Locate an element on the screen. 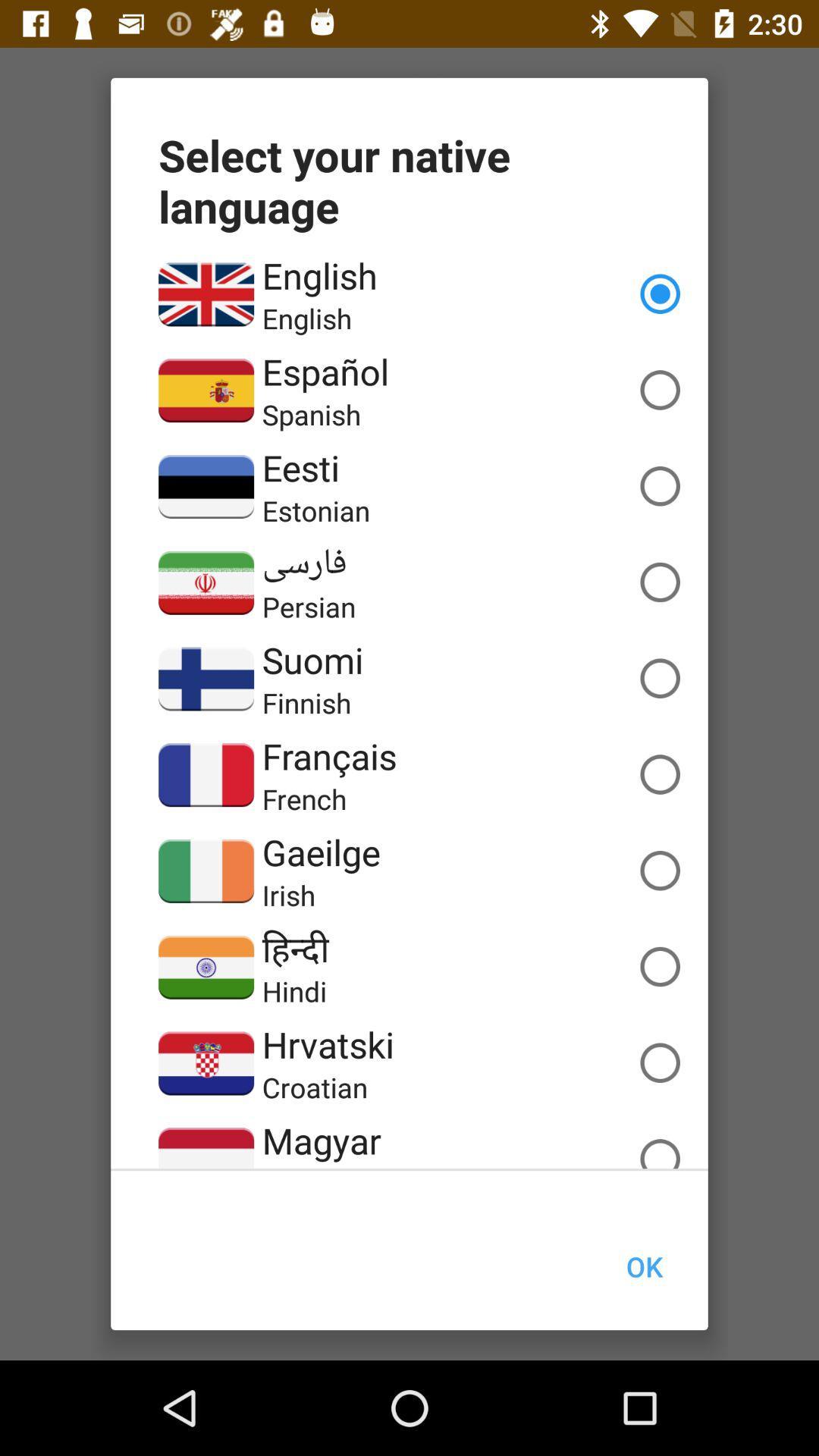 Image resolution: width=819 pixels, height=1456 pixels. the hungarian item is located at coordinates (325, 1166).